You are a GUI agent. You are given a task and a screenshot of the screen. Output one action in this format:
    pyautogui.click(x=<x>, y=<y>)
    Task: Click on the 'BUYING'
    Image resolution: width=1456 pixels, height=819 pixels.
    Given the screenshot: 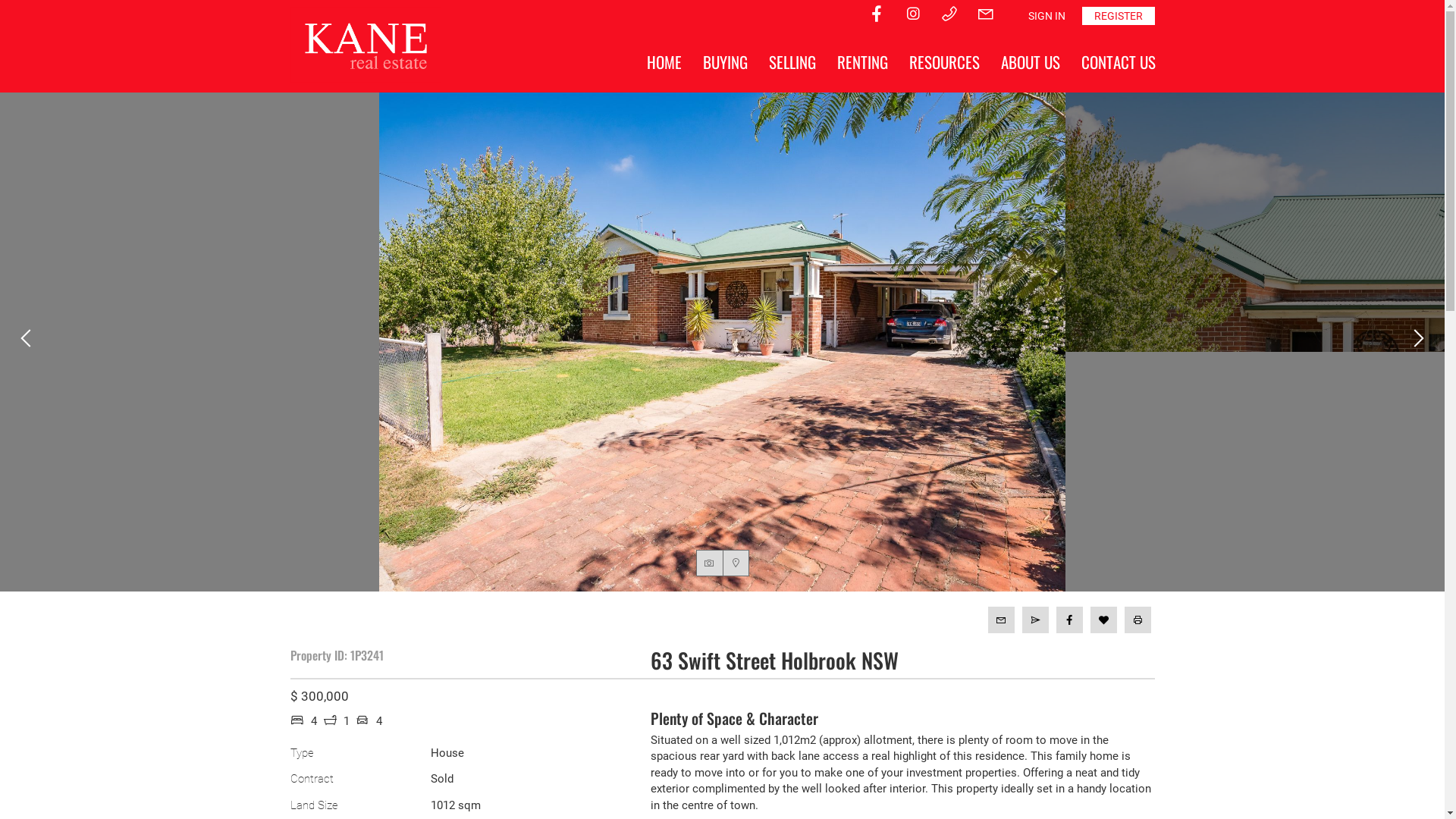 What is the action you would take?
    pyautogui.click(x=723, y=61)
    